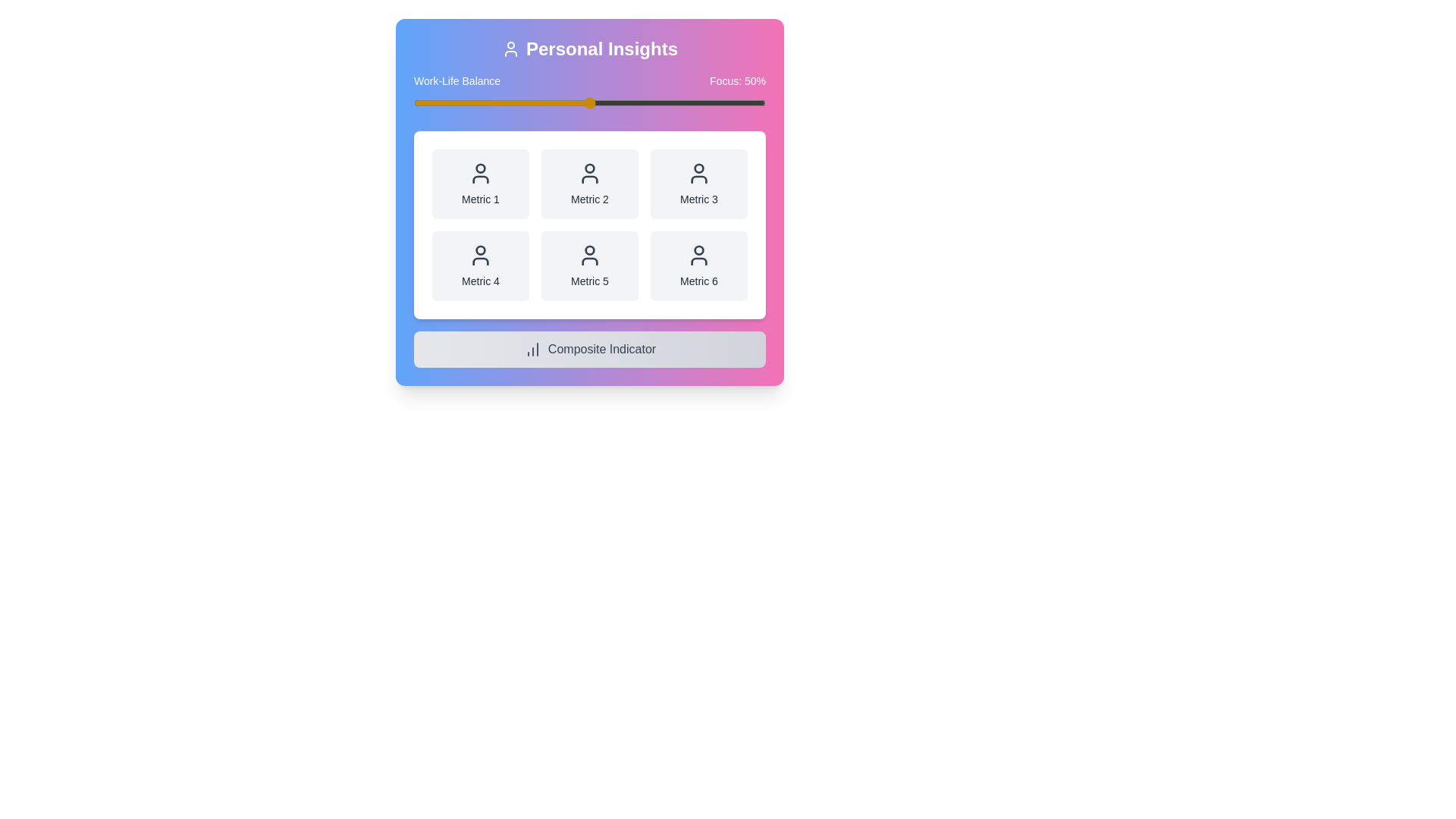 Image resolution: width=1456 pixels, height=819 pixels. Describe the element at coordinates (588, 265) in the screenshot. I see `the metric card labeled Metric 5` at that location.